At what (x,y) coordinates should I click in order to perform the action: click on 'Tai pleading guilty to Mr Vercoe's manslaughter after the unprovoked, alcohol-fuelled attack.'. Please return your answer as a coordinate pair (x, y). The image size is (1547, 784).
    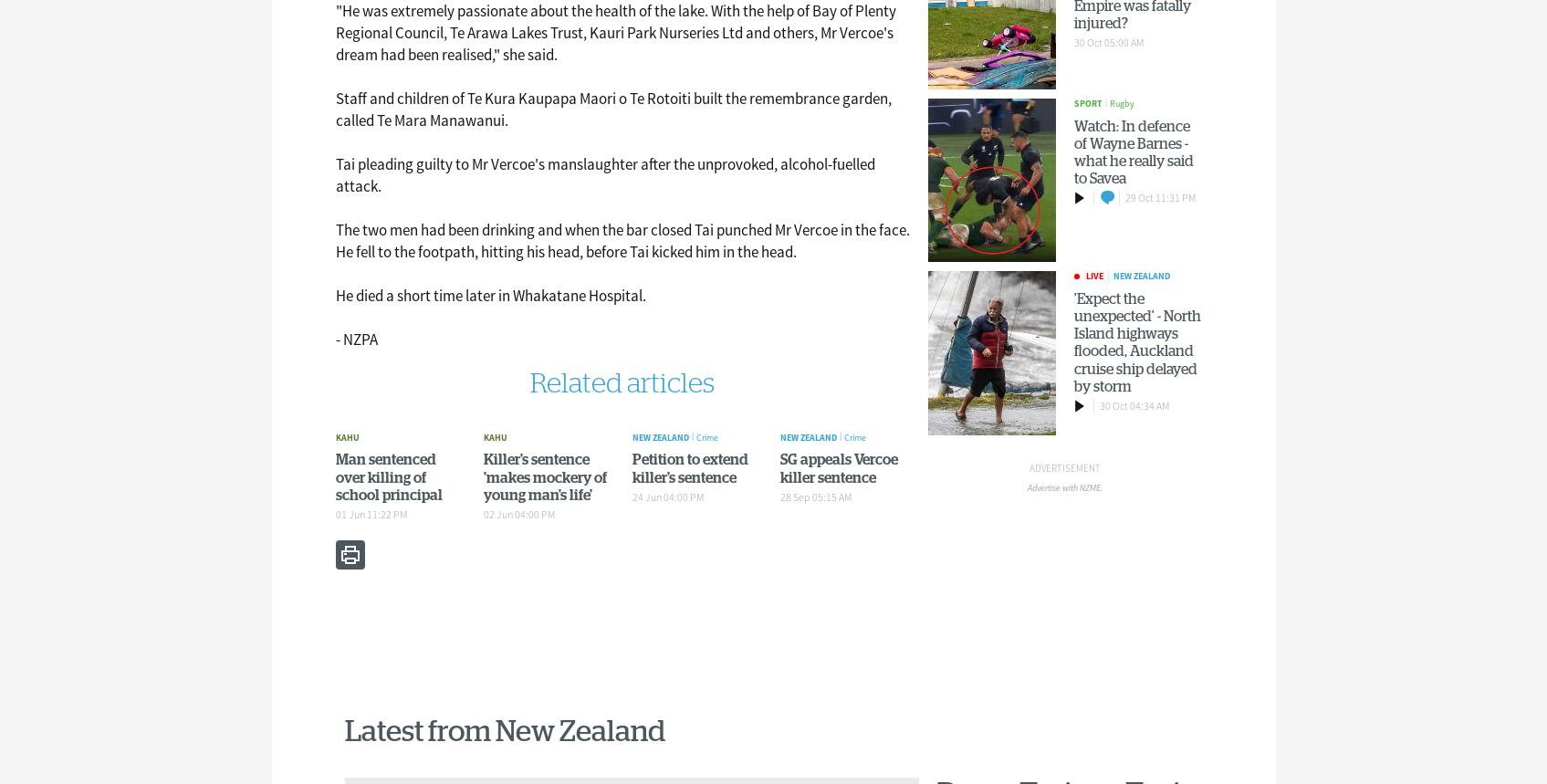
    Looking at the image, I should click on (604, 174).